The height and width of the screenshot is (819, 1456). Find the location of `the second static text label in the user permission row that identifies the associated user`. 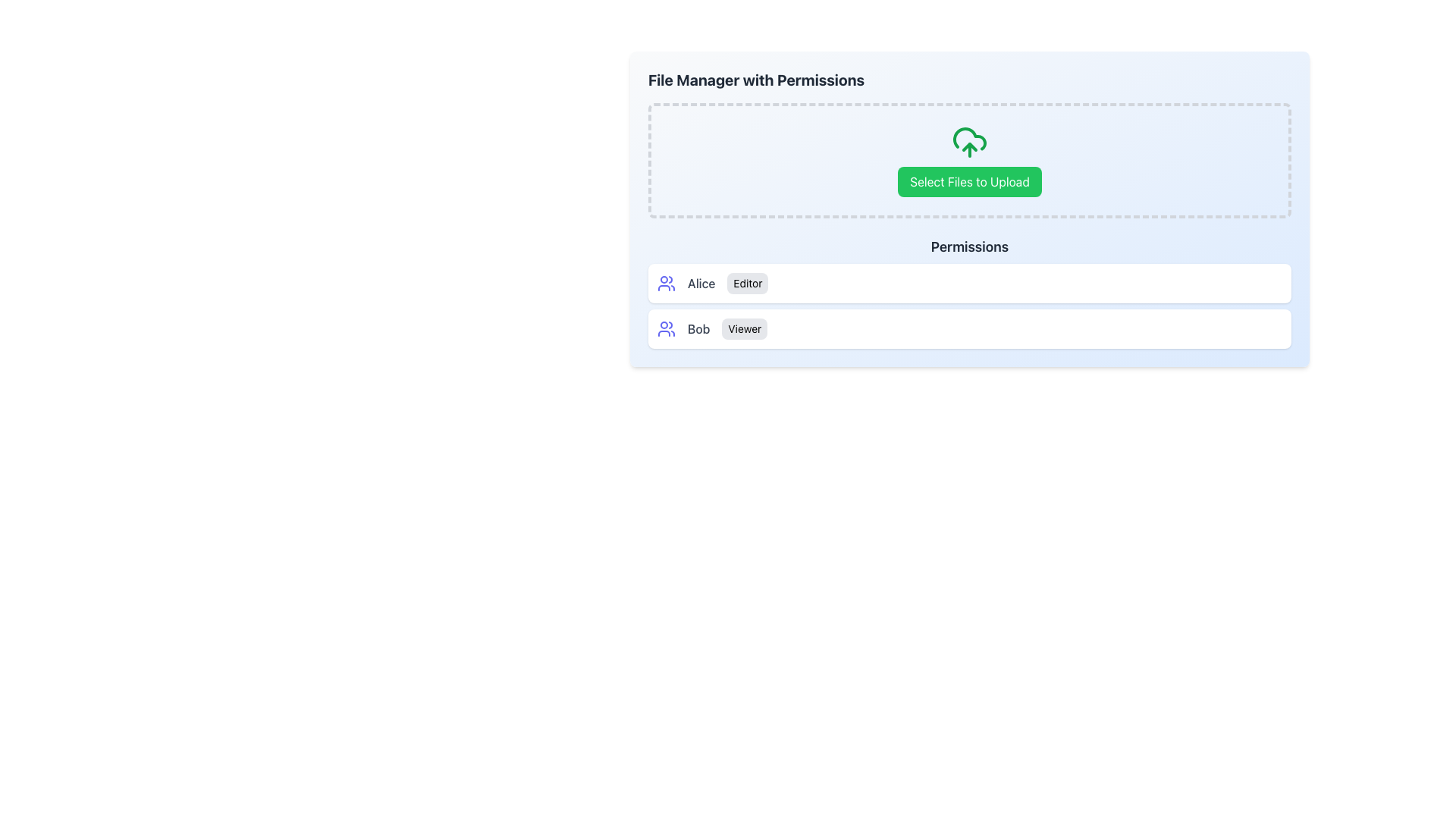

the second static text label in the user permission row that identifies the associated user is located at coordinates (698, 328).